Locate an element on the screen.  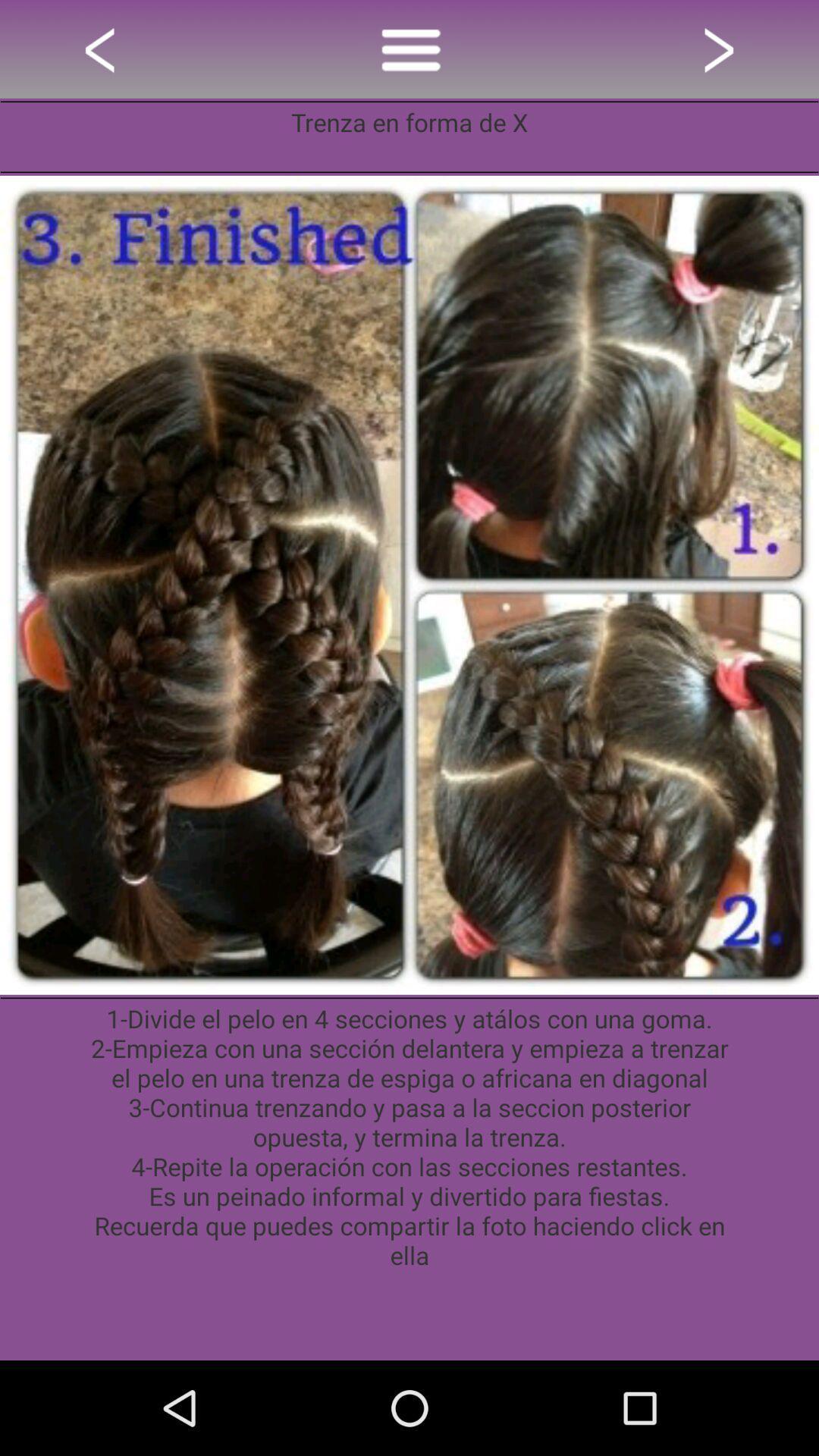
the arrow_backward icon is located at coordinates (102, 52).